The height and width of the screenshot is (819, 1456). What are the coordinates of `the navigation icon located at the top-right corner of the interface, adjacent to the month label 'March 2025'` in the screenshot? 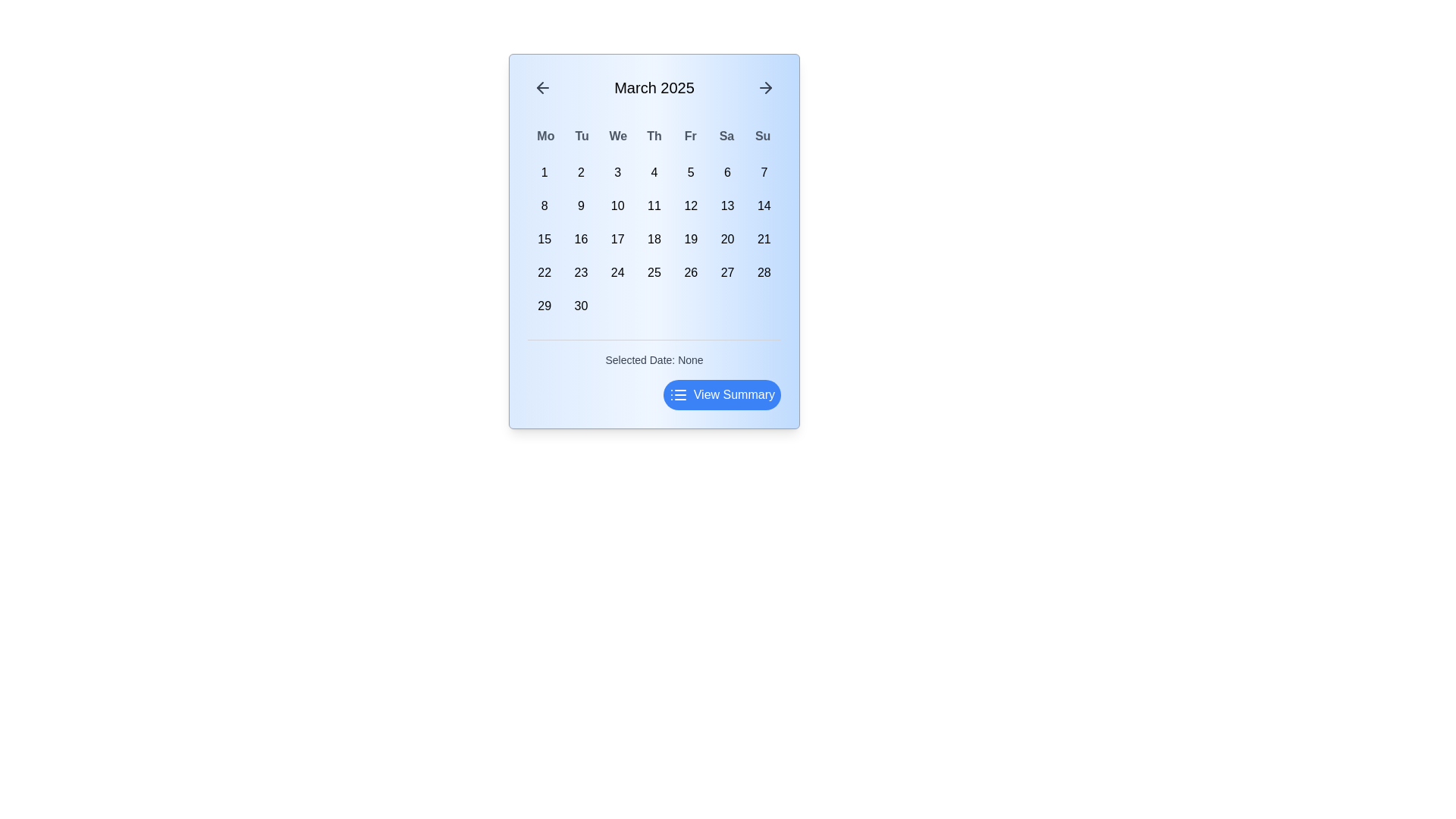 It's located at (768, 87).